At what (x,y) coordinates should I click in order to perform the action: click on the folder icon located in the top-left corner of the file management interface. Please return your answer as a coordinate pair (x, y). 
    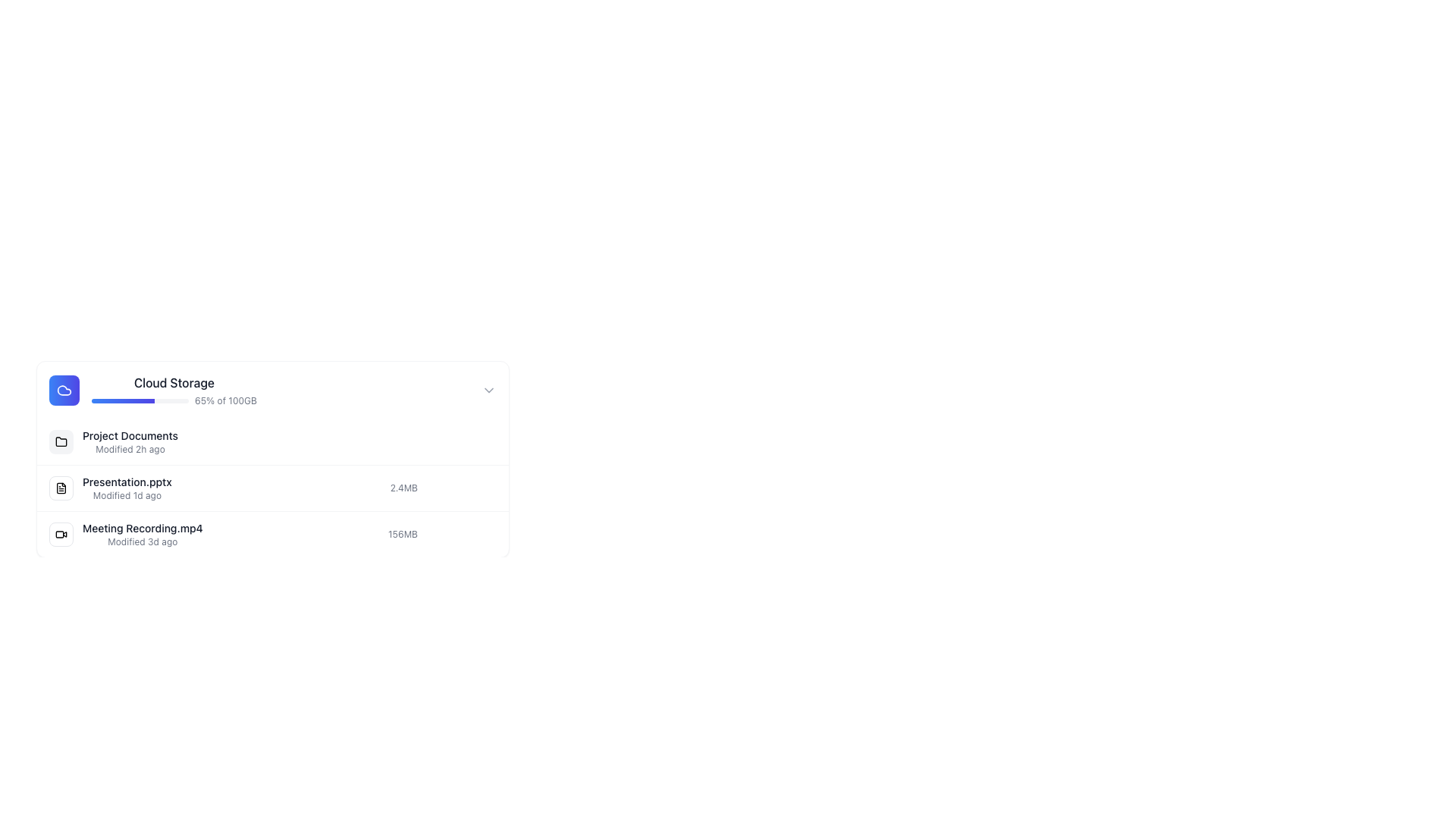
    Looking at the image, I should click on (61, 441).